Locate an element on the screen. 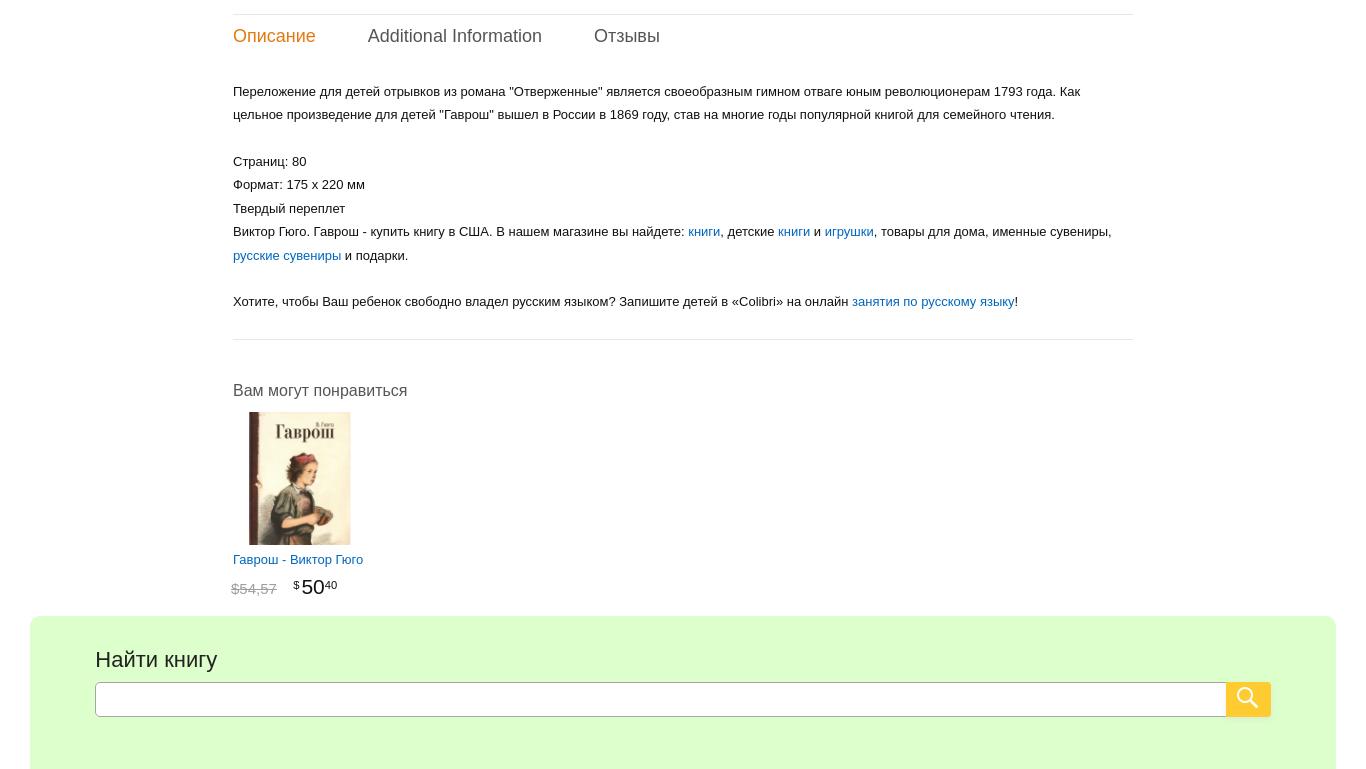 Image resolution: width=1366 pixels, height=769 pixels. 'Additional Information' is located at coordinates (366, 34).